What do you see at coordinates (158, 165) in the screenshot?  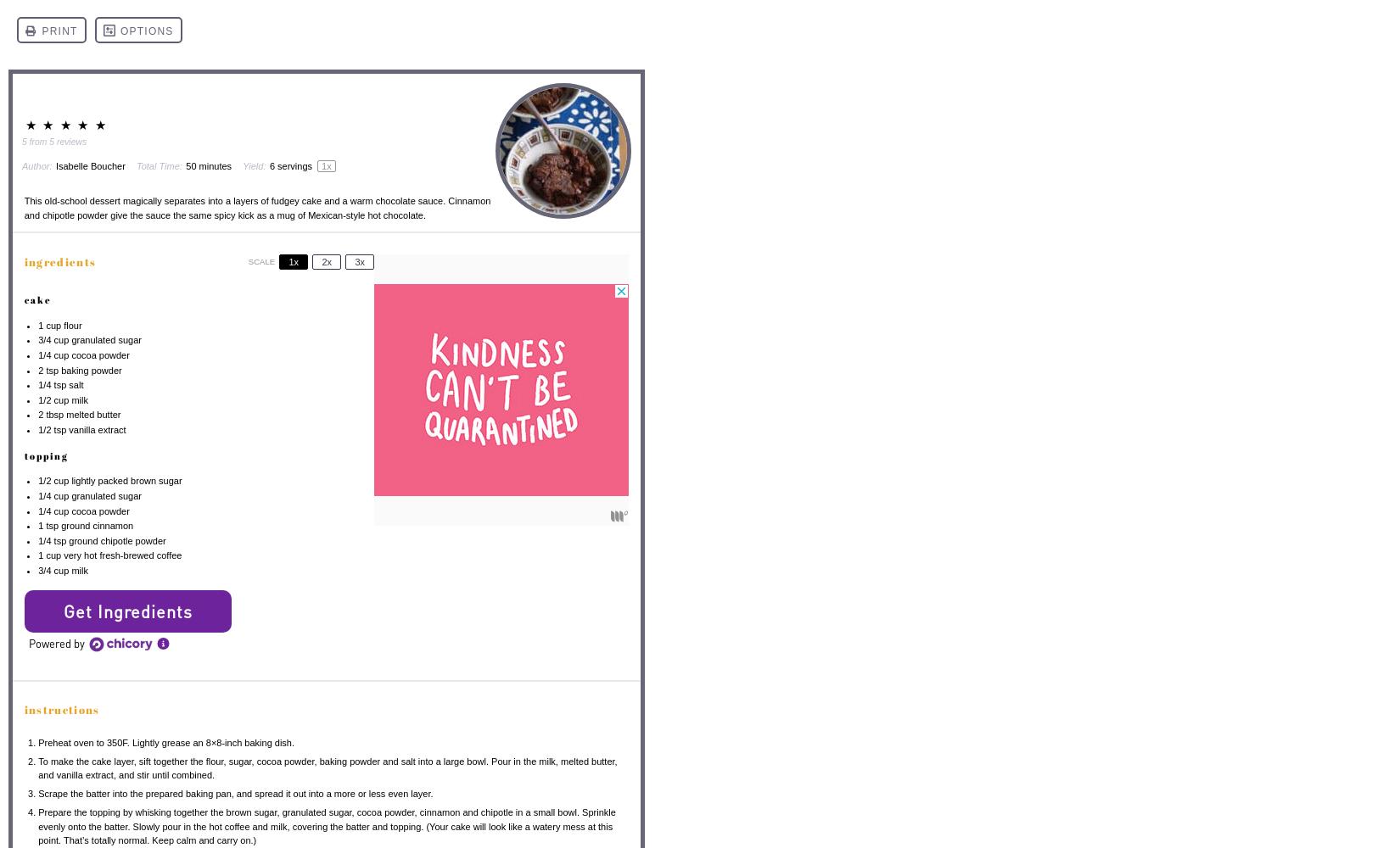 I see `'Total Time:'` at bounding box center [158, 165].